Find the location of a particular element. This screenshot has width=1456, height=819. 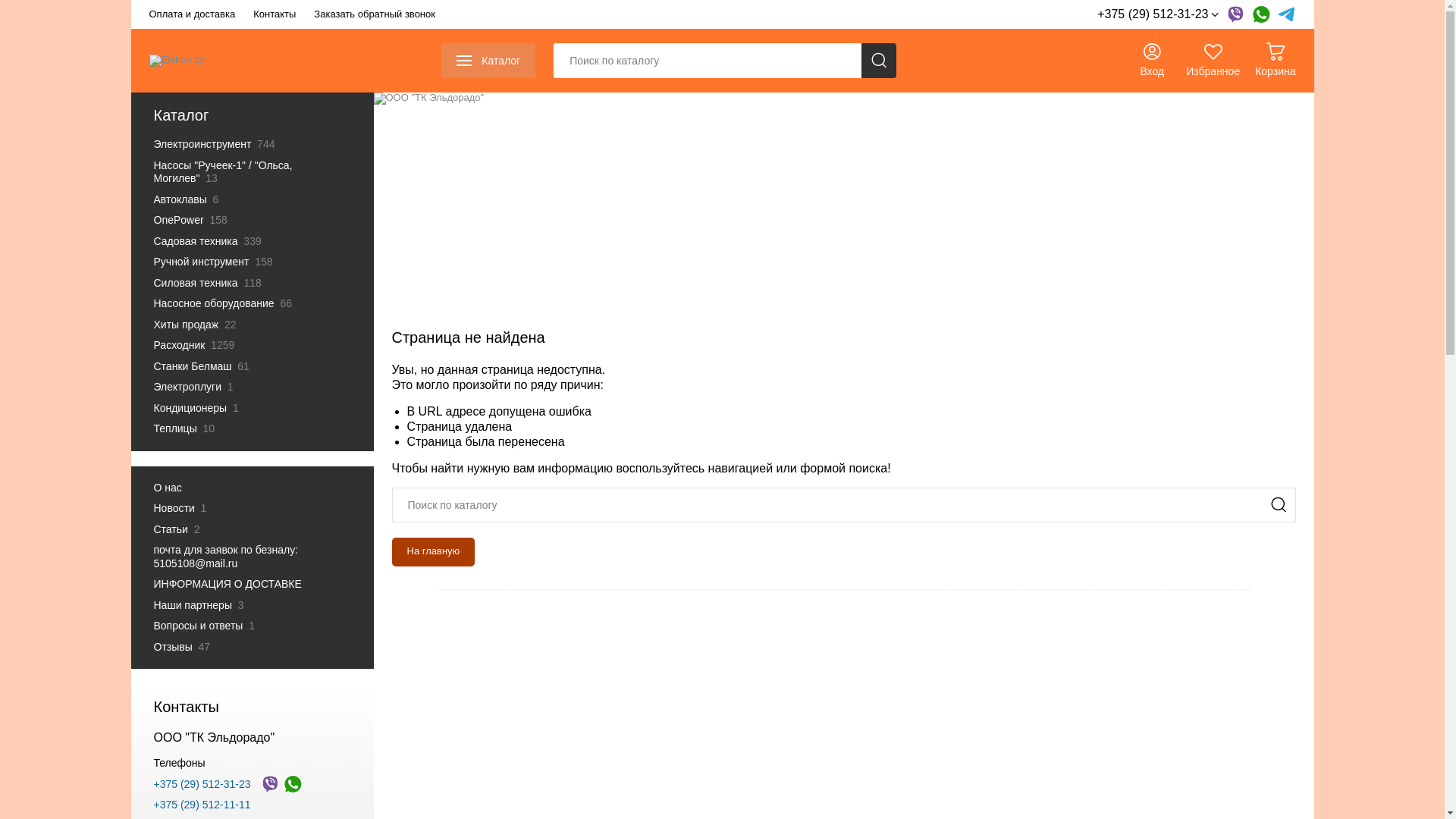

'Viber' is located at coordinates (1234, 14).